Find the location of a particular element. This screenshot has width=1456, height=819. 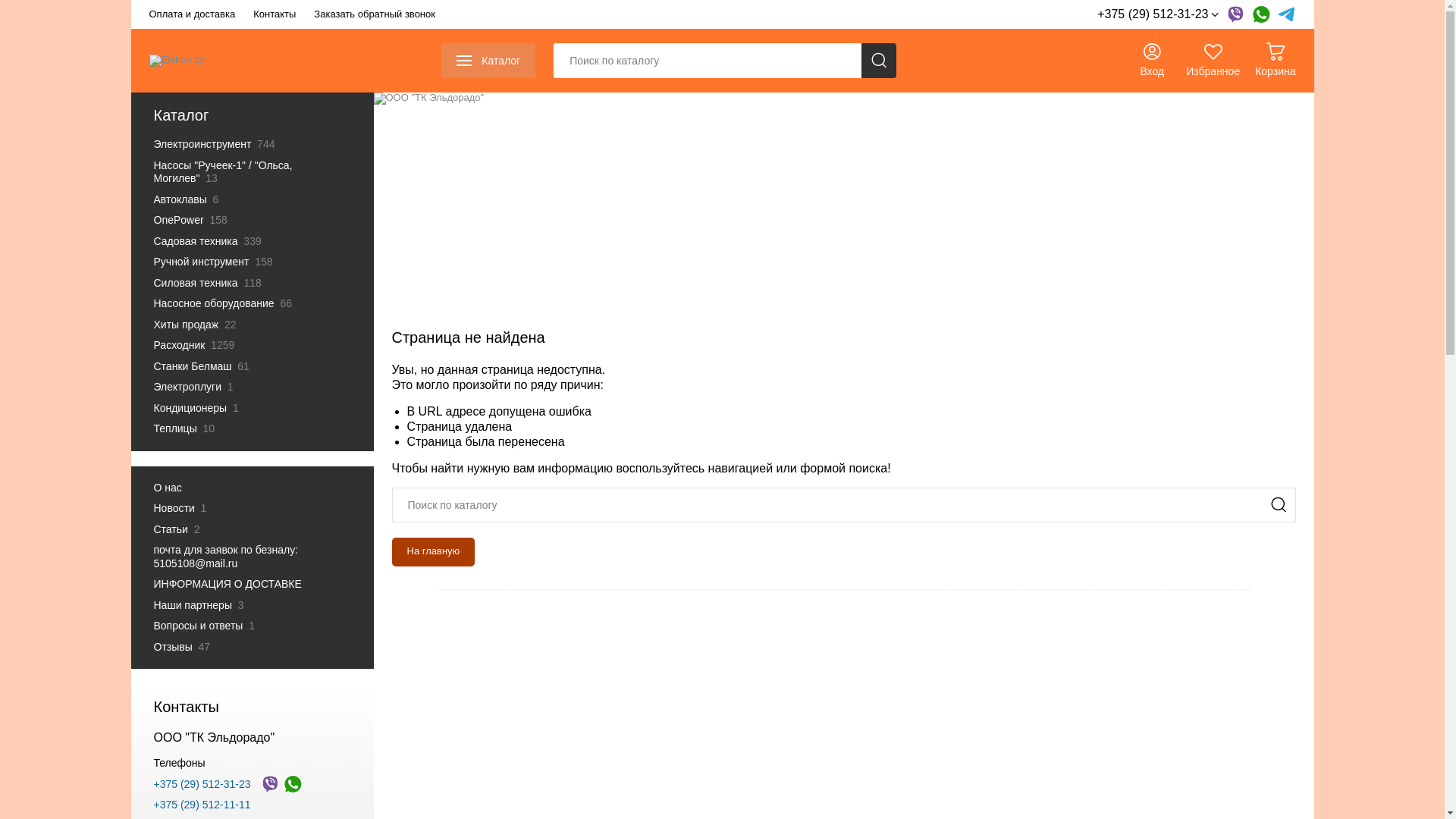

'Viber' is located at coordinates (1234, 14).